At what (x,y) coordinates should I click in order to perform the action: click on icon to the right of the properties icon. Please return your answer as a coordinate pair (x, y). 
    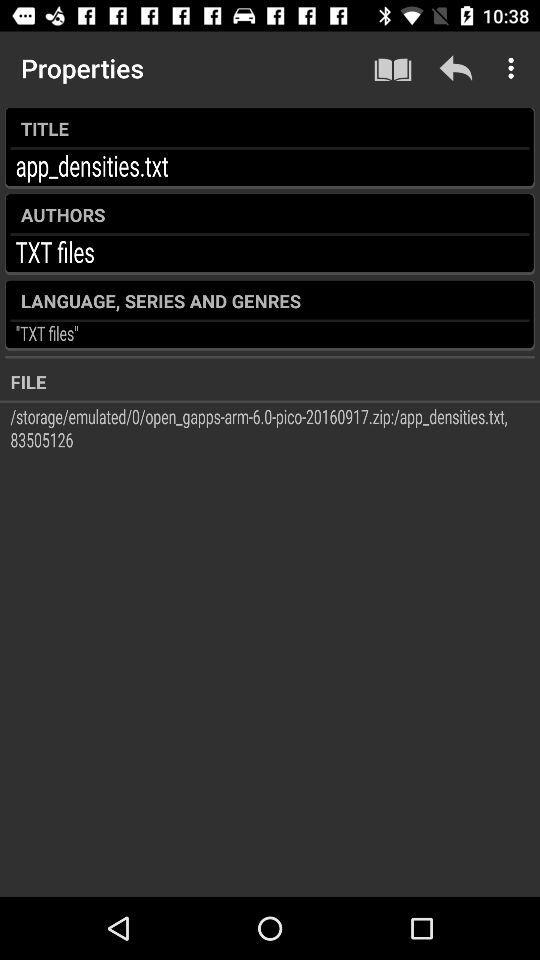
    Looking at the image, I should click on (393, 68).